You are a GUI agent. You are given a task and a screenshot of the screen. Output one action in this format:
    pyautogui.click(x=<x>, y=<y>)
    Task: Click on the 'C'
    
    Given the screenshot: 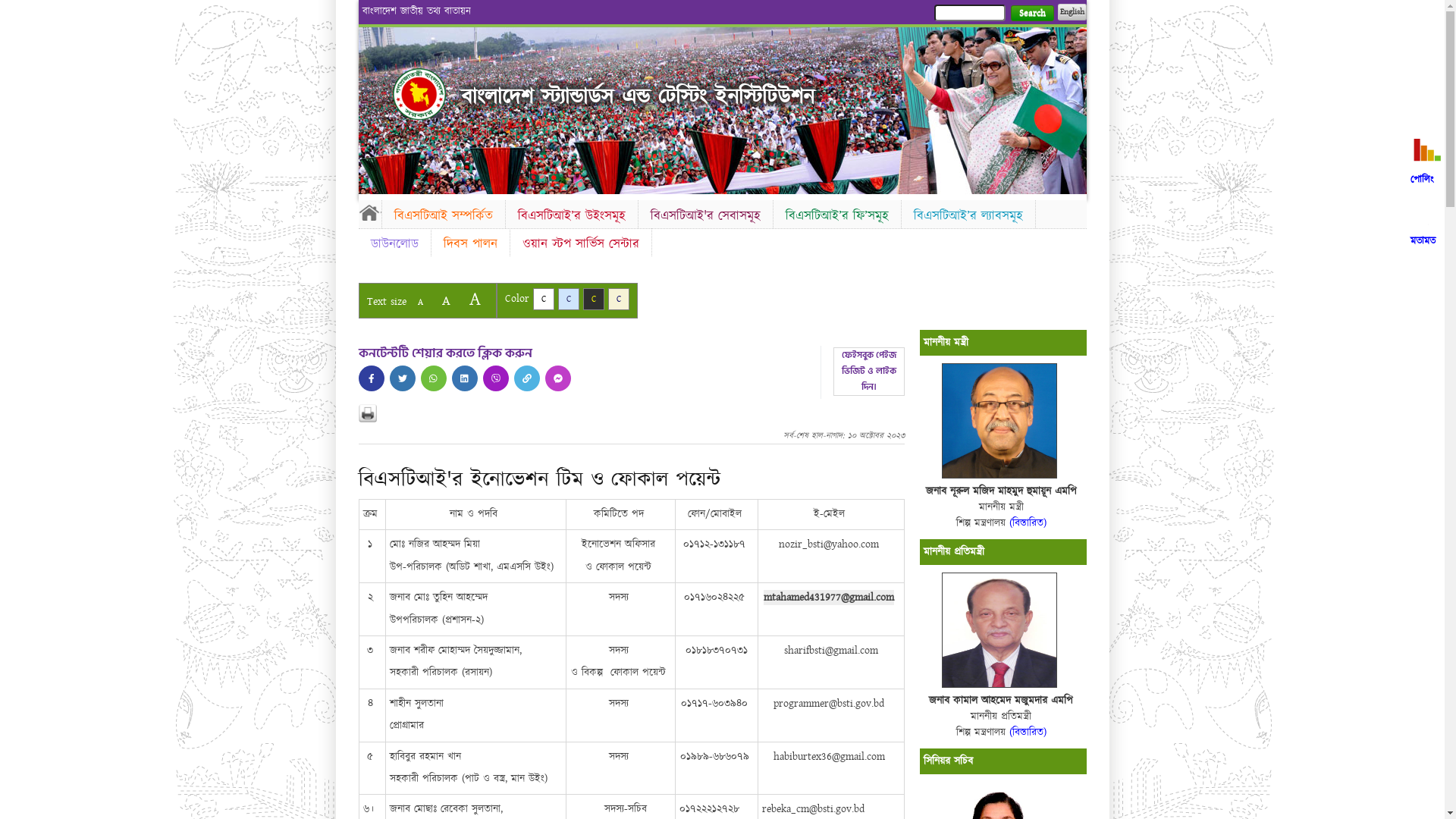 What is the action you would take?
    pyautogui.click(x=592, y=299)
    